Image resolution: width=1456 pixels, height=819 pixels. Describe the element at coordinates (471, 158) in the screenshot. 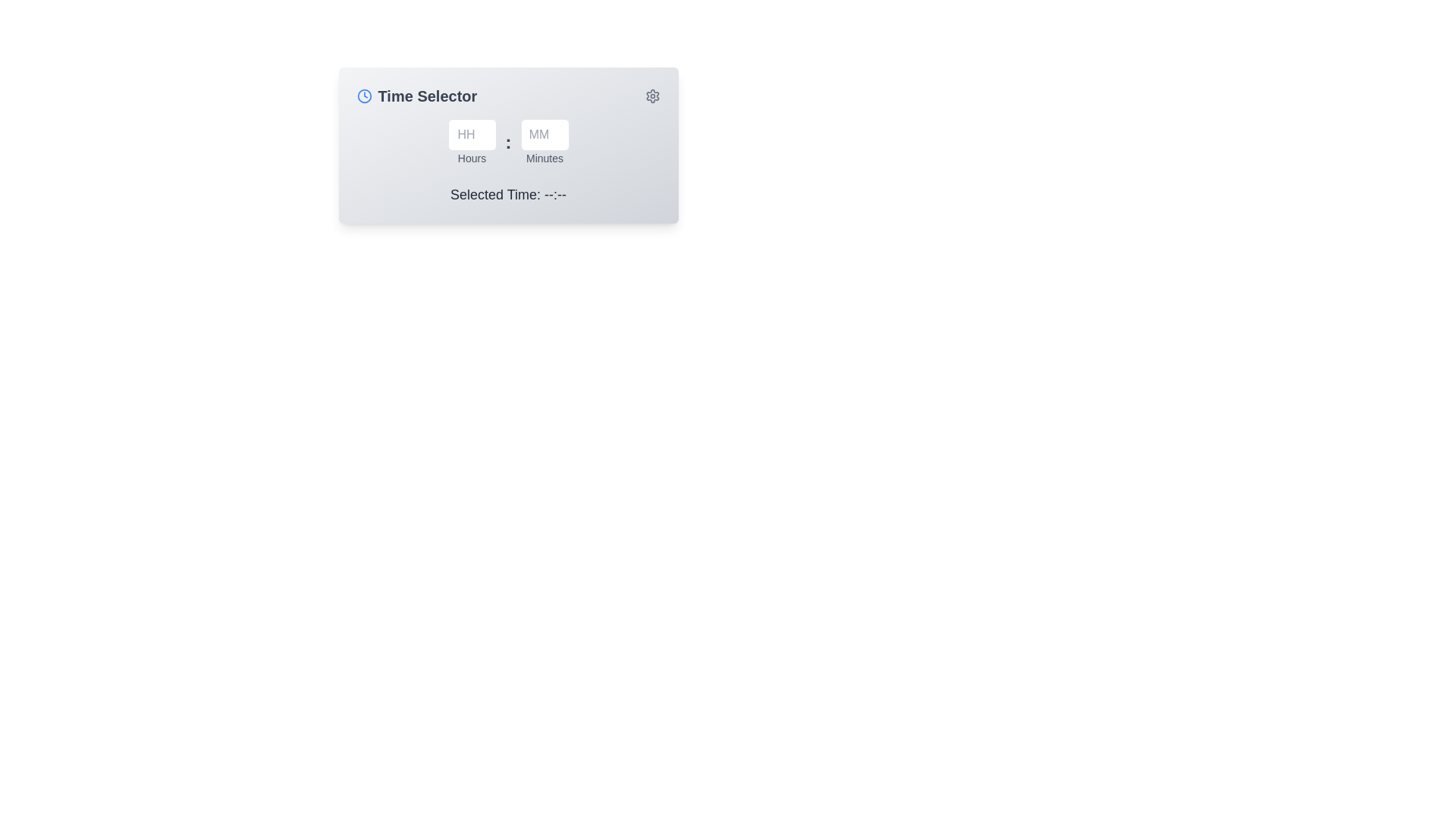

I see `the text label 'Hours' which is styled in a small gray font and located below the number input field marked with 'HH'` at that location.